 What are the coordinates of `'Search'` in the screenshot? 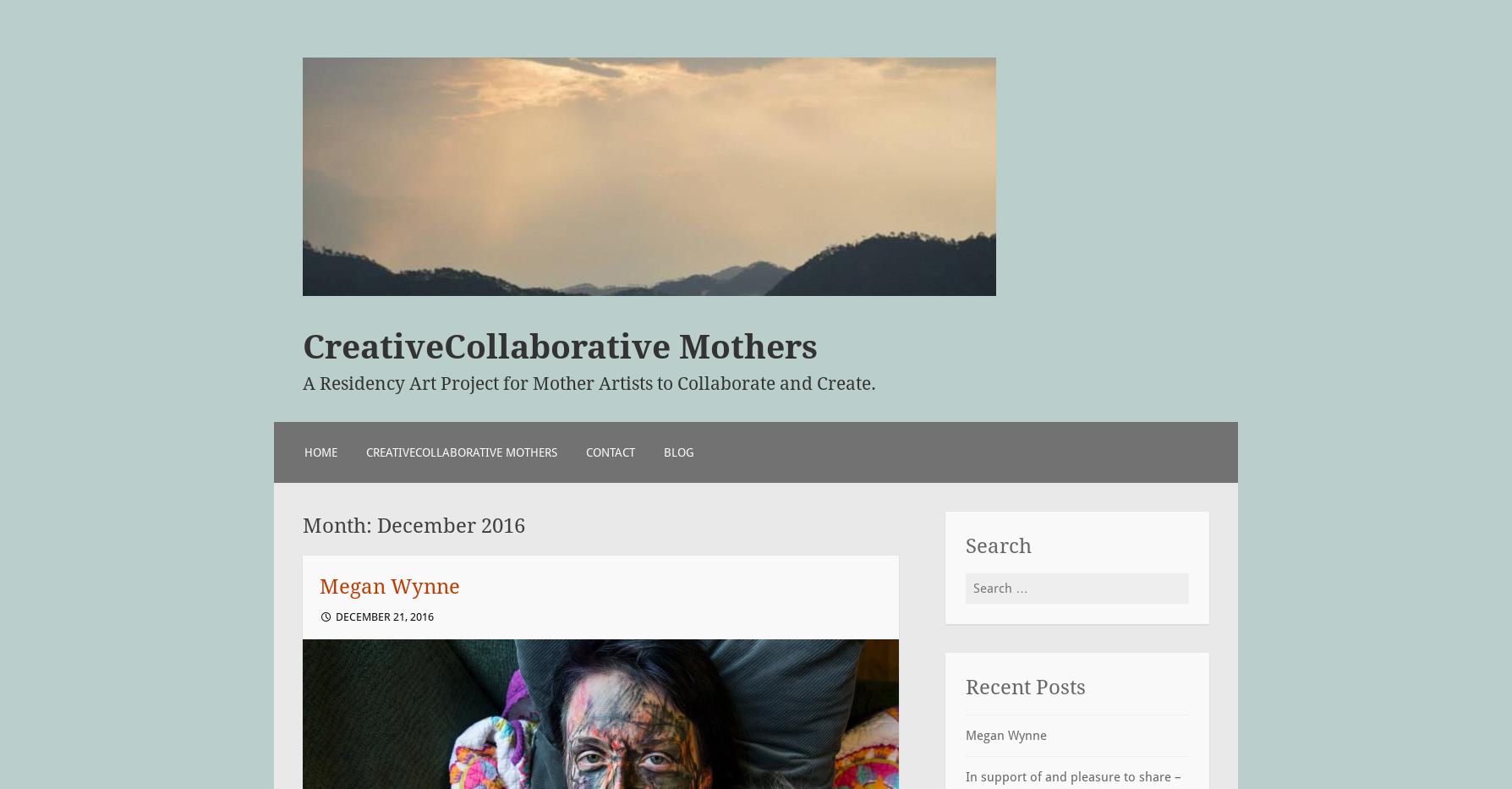 It's located at (997, 545).